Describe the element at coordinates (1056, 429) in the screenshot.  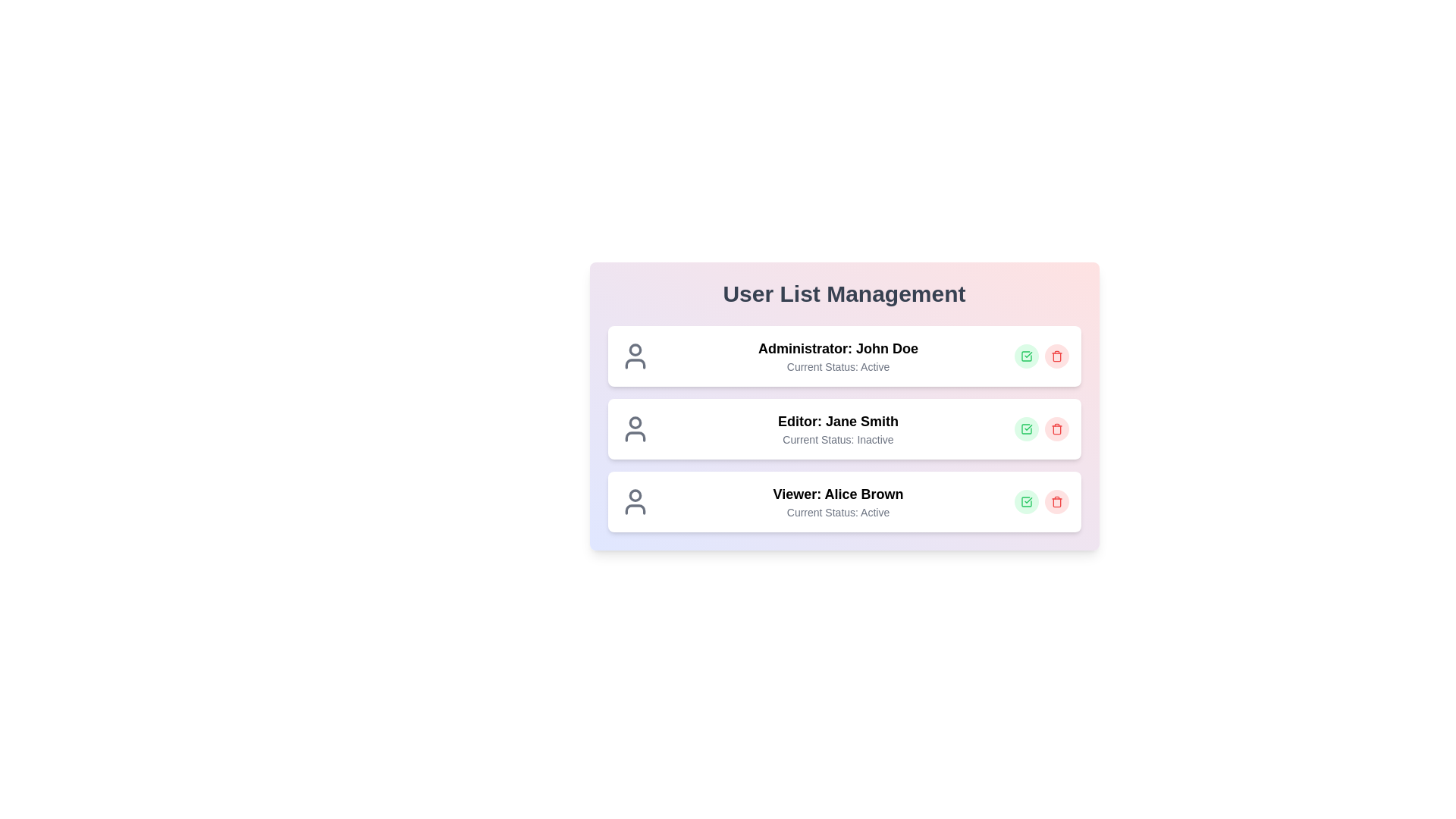
I see `the red trash can icon located in the second item row of the list, adjacent to the green circular checkmark icon` at that location.